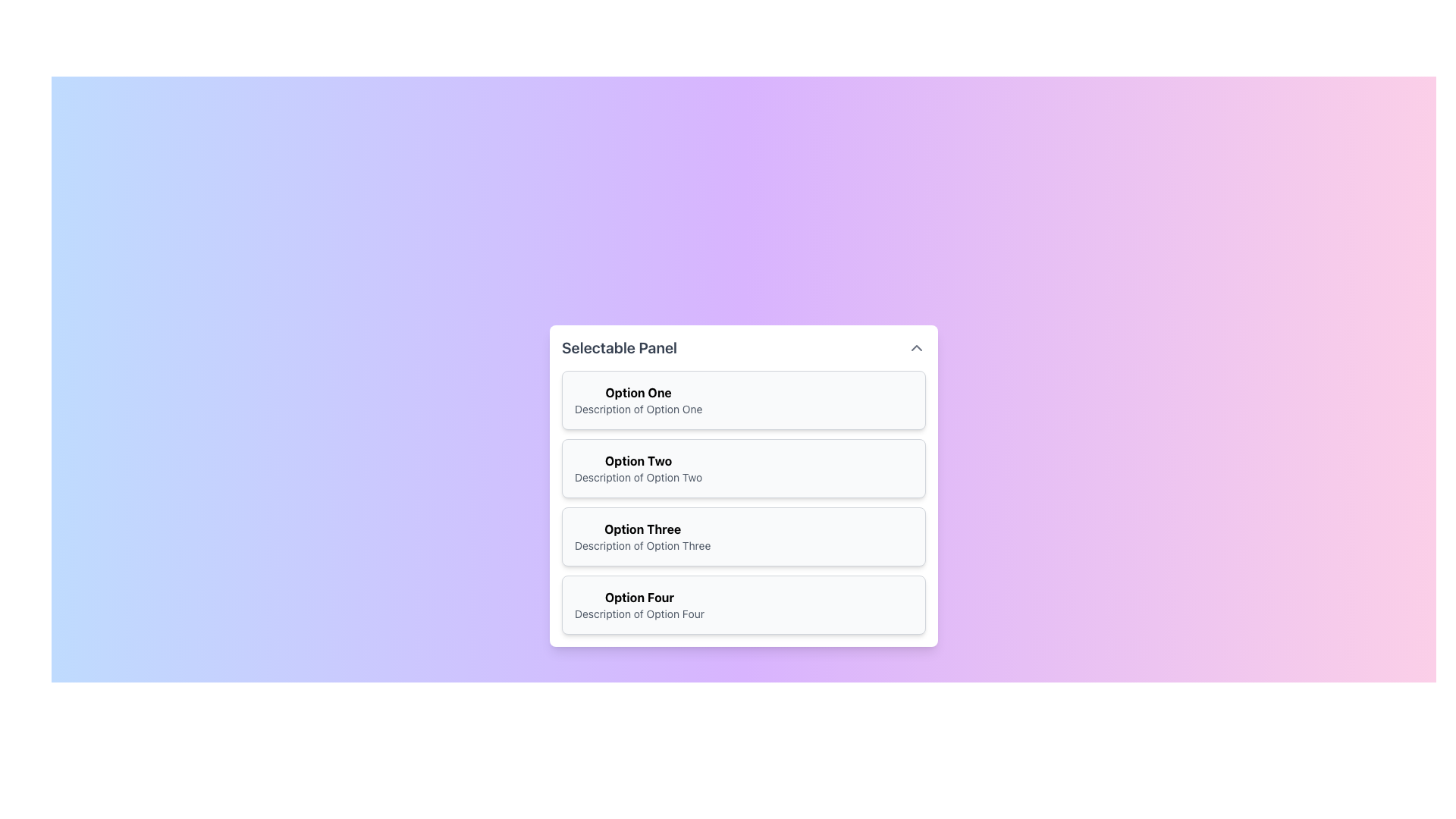 The image size is (1456, 819). I want to click on the second selectable option in the list titled 'Selectable Panel', which is directly below 'Option One' and above 'Option Three', so click(743, 485).